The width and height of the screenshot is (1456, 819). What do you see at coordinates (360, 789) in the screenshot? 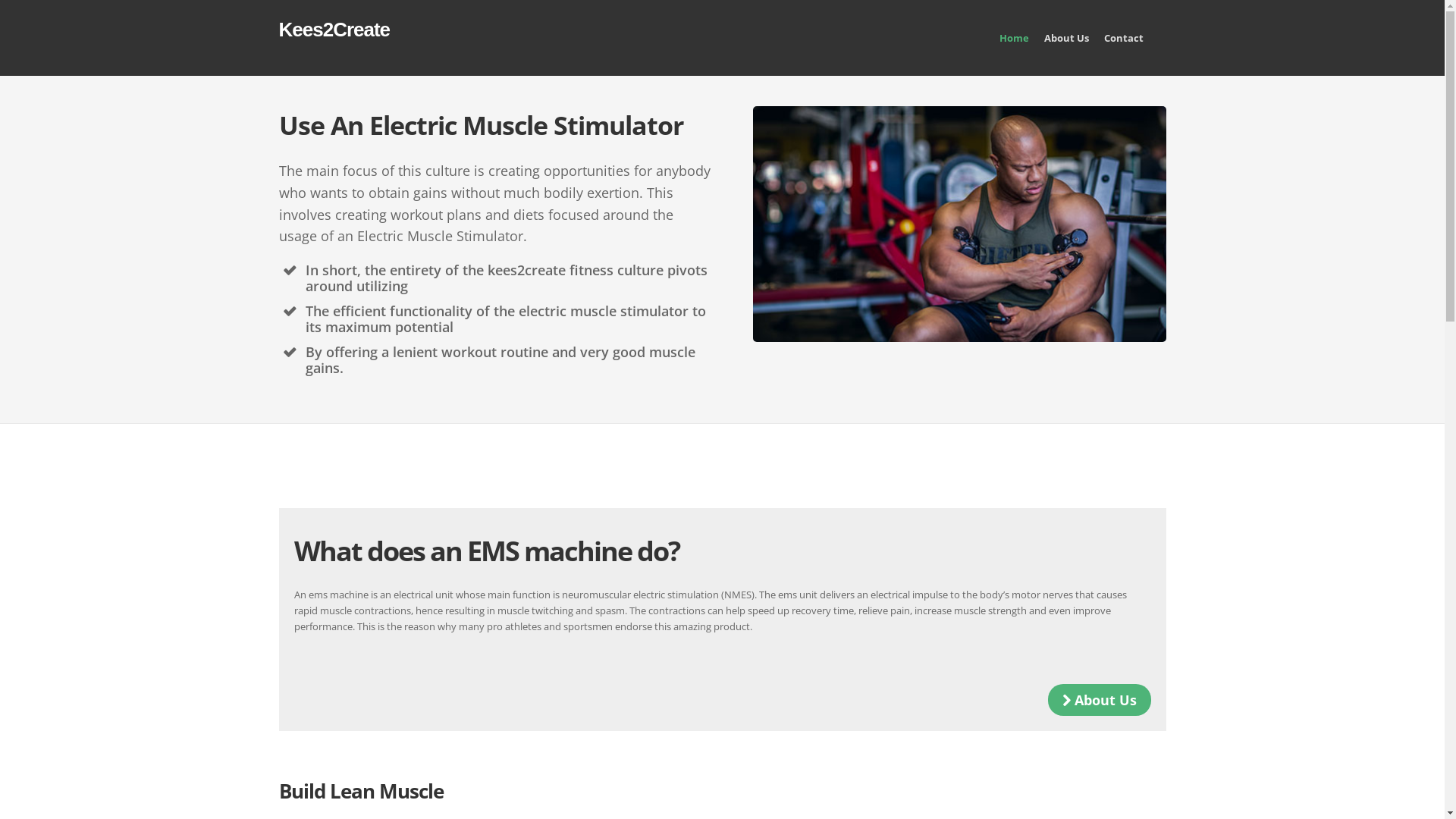
I see `'Build Lean Muscle'` at bounding box center [360, 789].